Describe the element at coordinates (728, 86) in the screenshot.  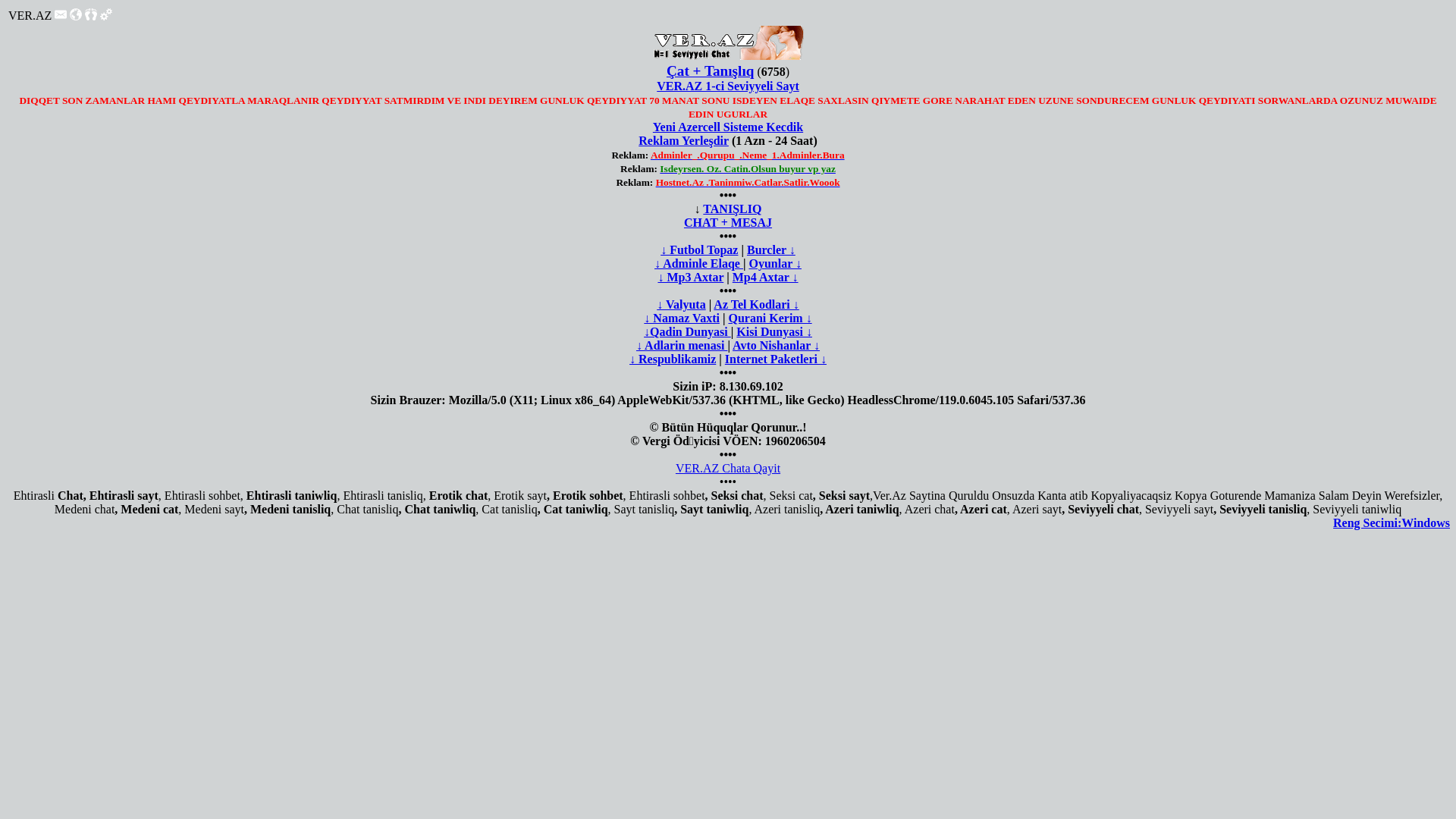
I see `'VER.AZ 1-ci Seviyyeli Sayt'` at that location.